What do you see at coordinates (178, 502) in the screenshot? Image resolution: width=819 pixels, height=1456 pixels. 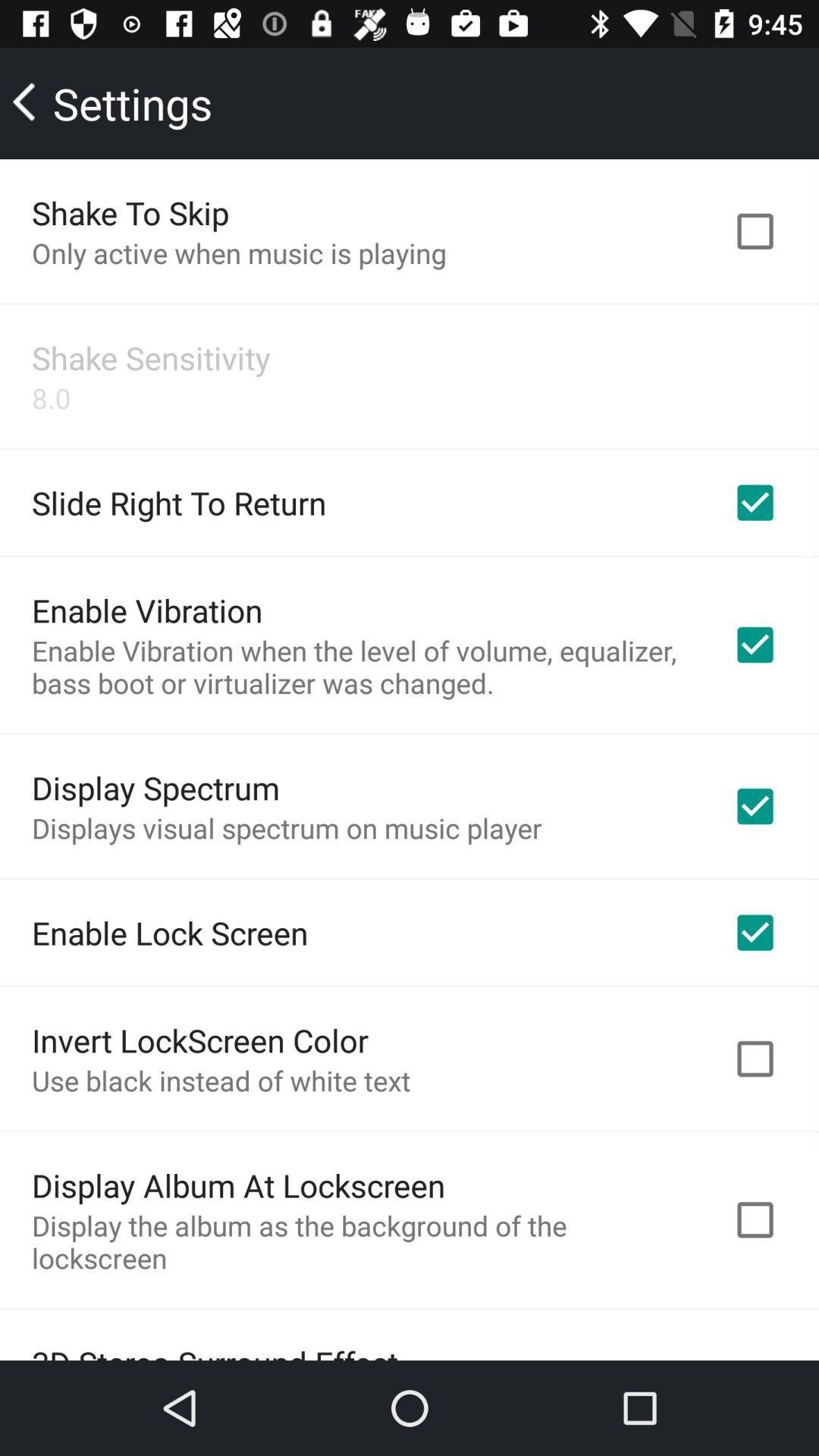 I see `the slide right to app` at bounding box center [178, 502].